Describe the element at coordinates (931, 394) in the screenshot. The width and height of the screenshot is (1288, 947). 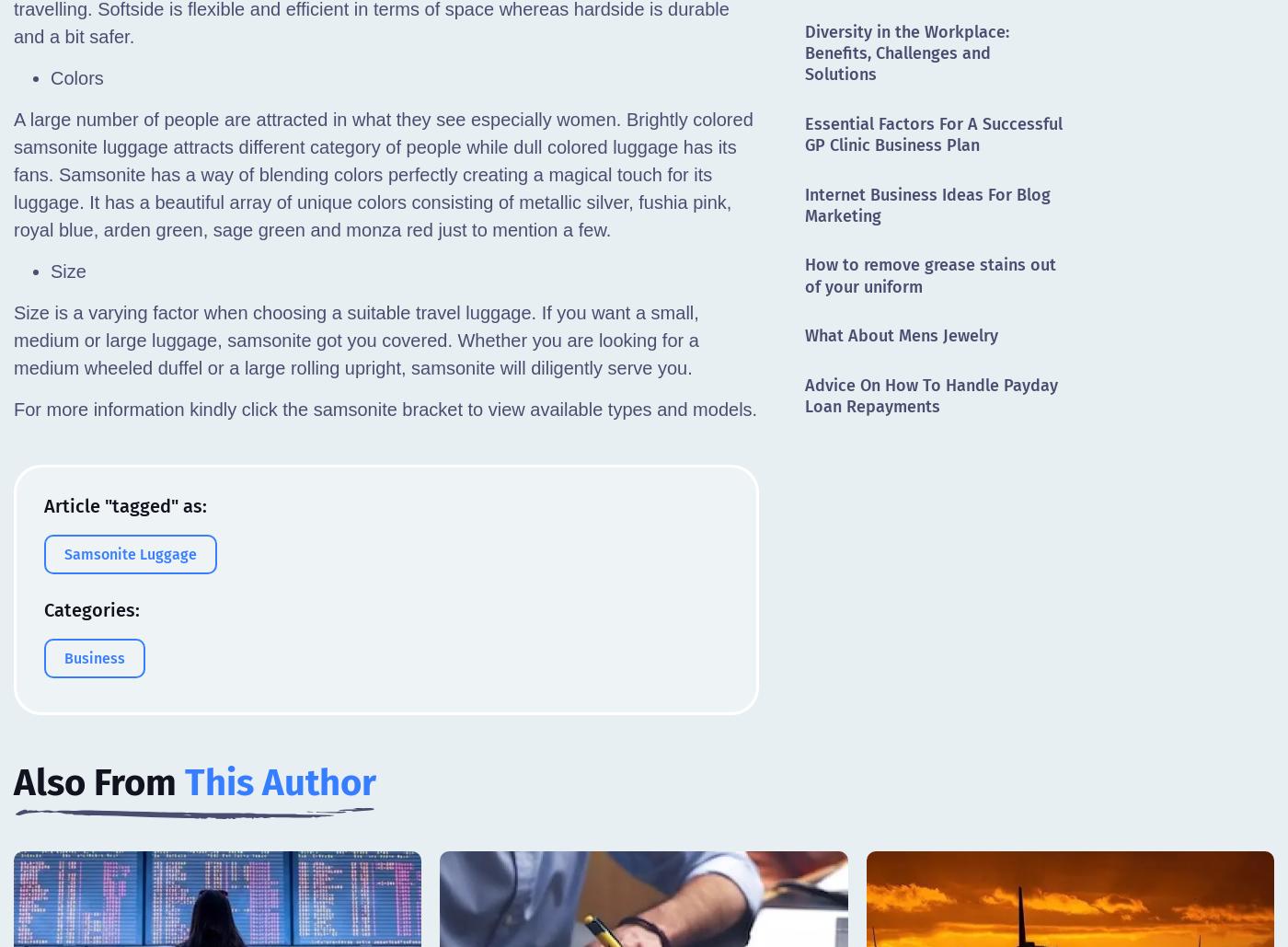
I see `'Advice On How To Handle Payday Loan Repayments'` at that location.